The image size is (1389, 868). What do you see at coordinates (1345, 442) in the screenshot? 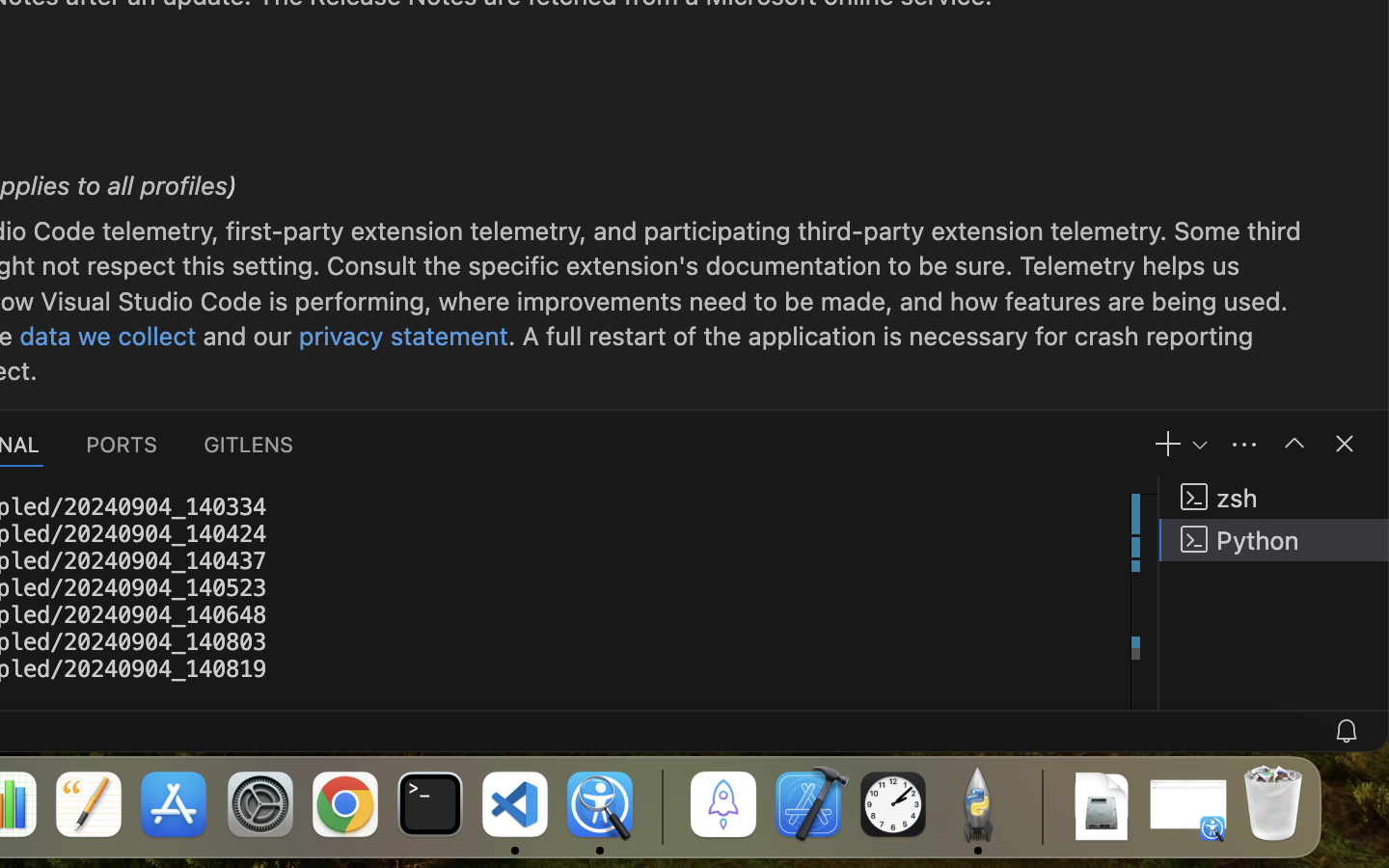
I see `''` at bounding box center [1345, 442].